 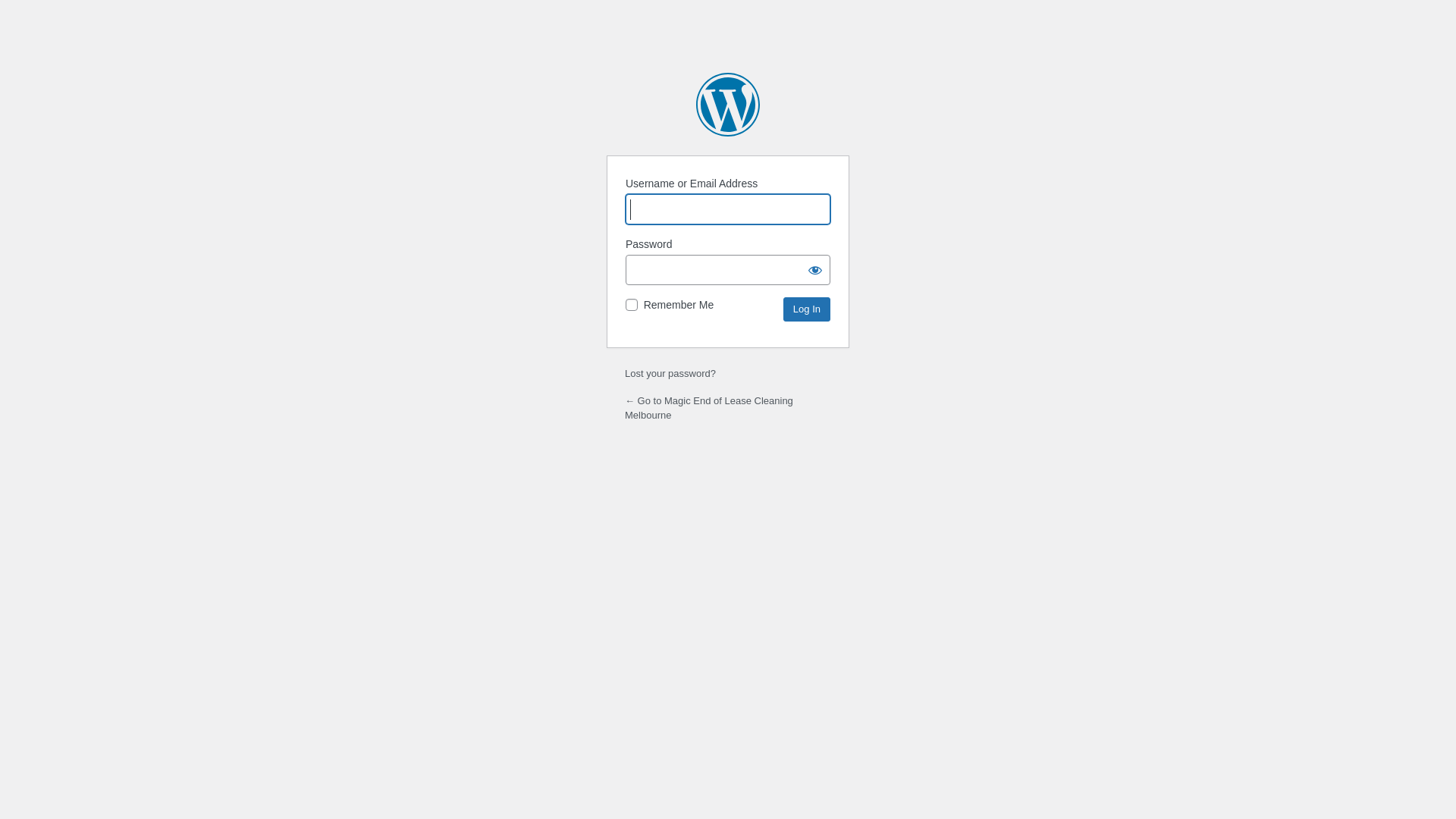 What do you see at coordinates (625, 373) in the screenshot?
I see `'Lost your password?'` at bounding box center [625, 373].